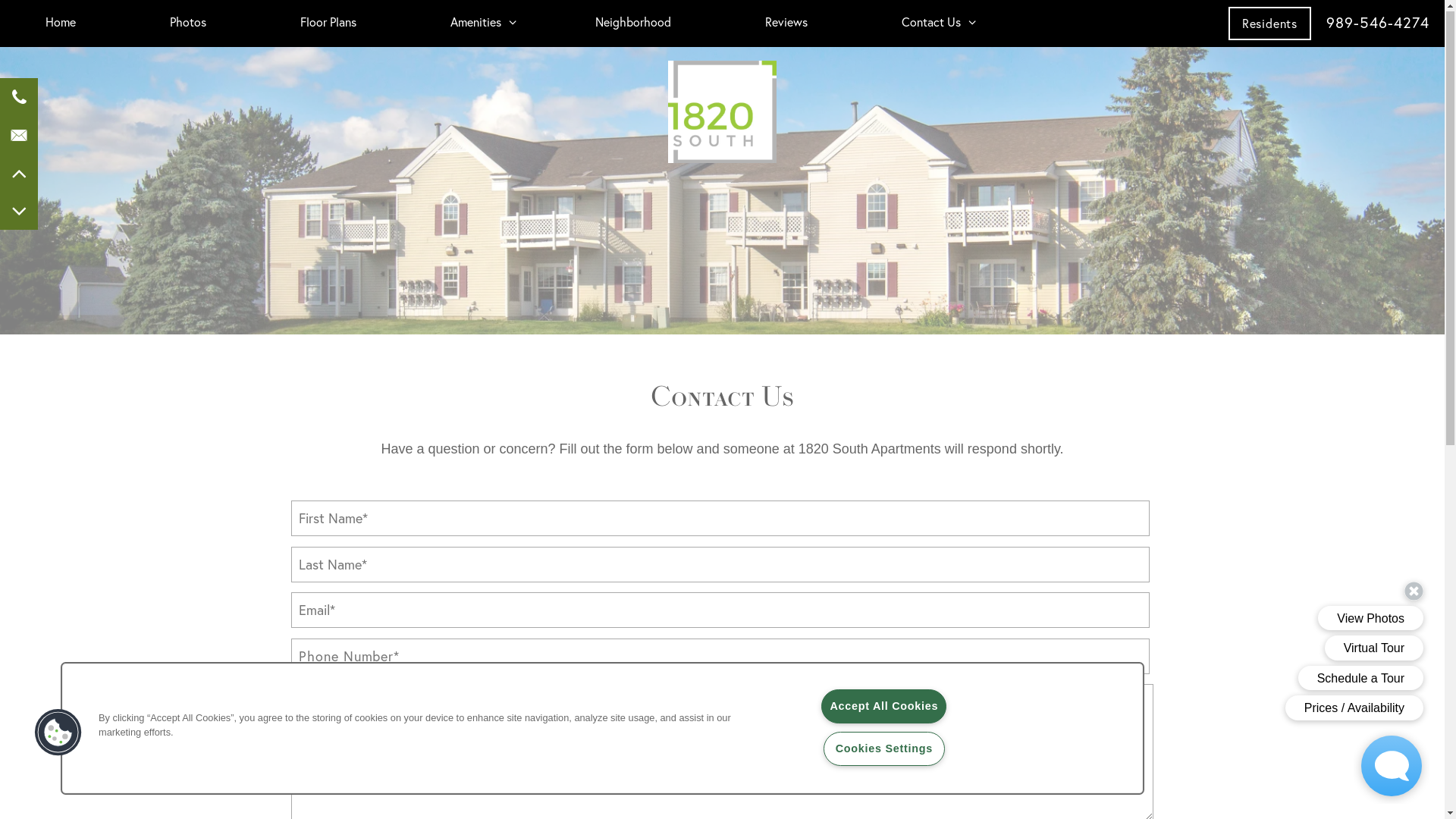 The height and width of the screenshot is (819, 1456). Describe the element at coordinates (18, 211) in the screenshot. I see `'Scroll Down'` at that location.